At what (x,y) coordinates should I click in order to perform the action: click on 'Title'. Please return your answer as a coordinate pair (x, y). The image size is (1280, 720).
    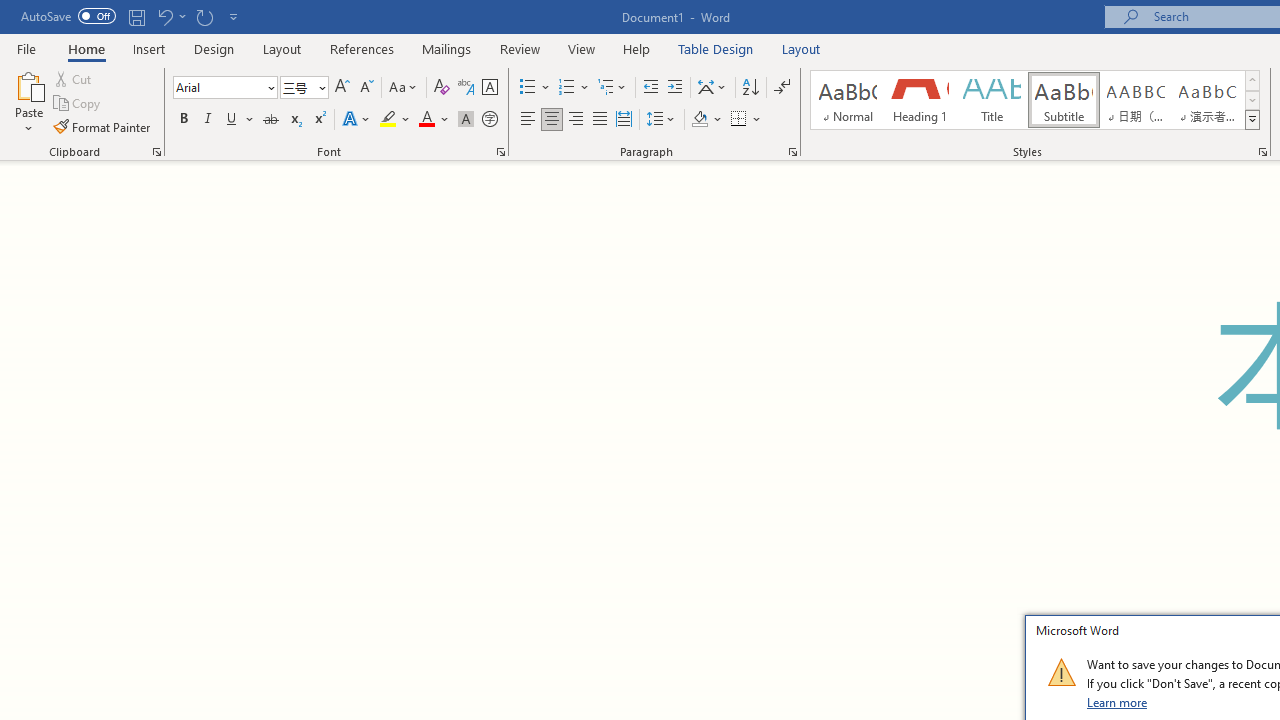
    Looking at the image, I should click on (992, 100).